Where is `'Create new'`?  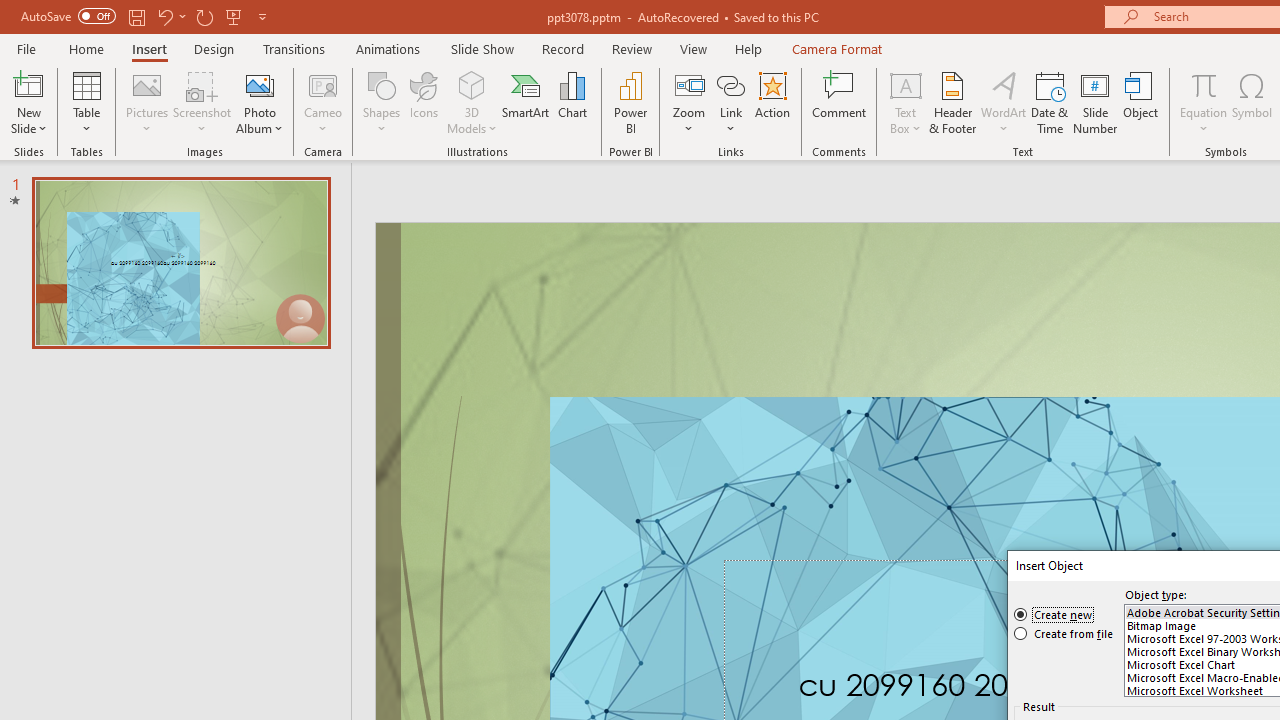 'Create new' is located at coordinates (1053, 613).